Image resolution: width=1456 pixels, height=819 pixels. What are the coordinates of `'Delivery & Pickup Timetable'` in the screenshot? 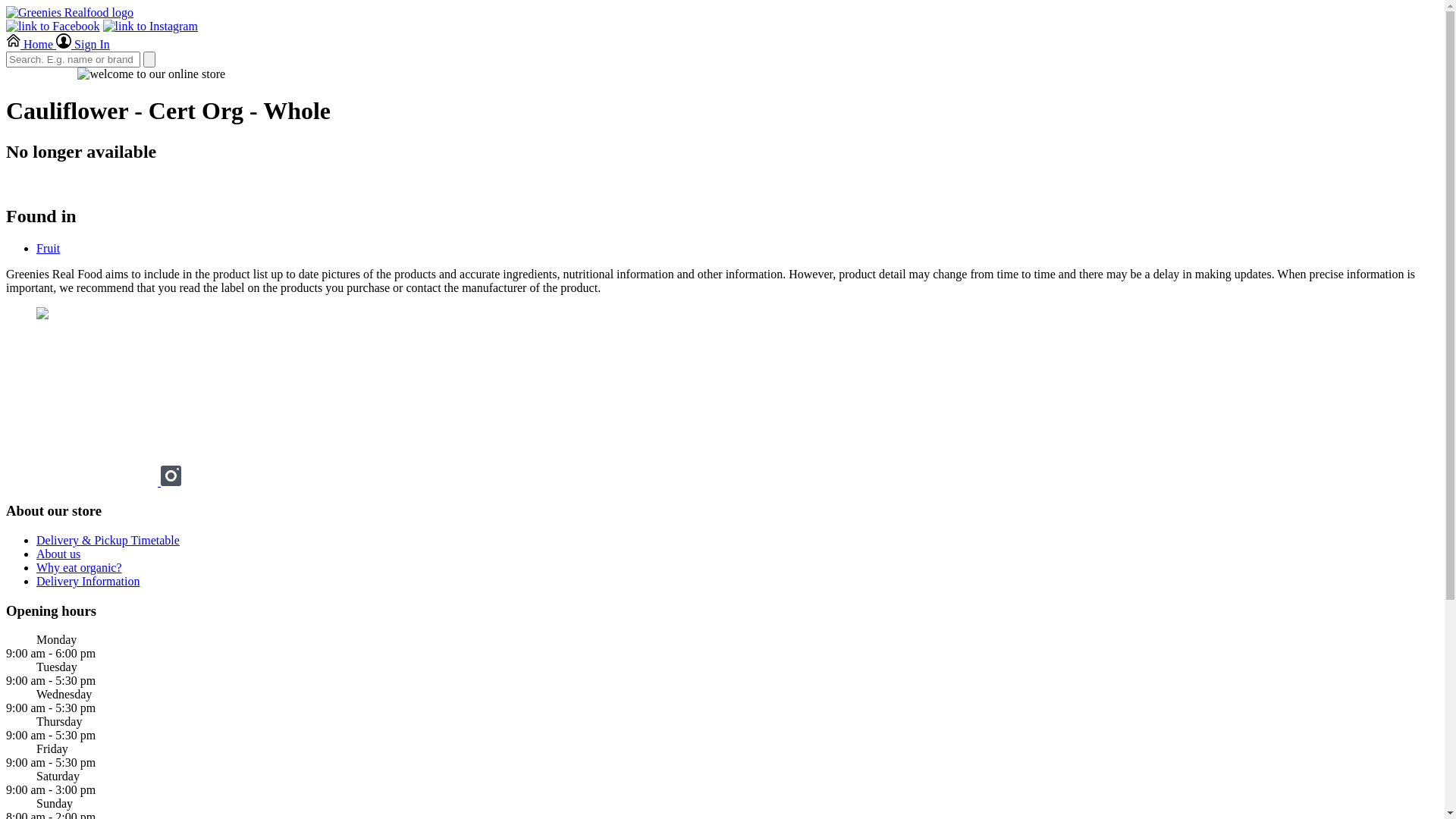 It's located at (107, 539).